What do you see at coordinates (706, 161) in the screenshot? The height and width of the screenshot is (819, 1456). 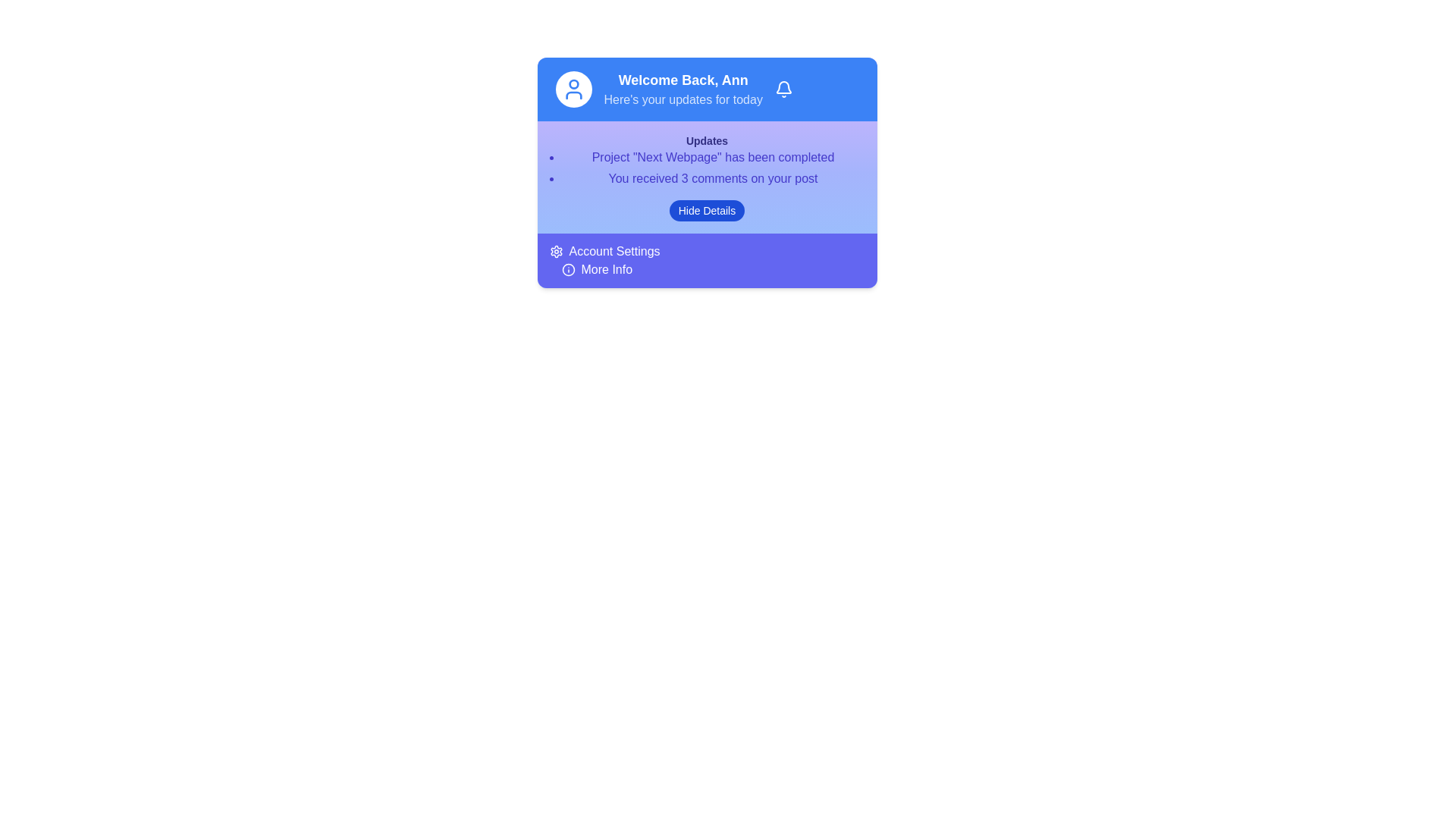 I see `text from the informational display block located under the 'Updates' heading, which summarizes project completions and comments received` at bounding box center [706, 161].